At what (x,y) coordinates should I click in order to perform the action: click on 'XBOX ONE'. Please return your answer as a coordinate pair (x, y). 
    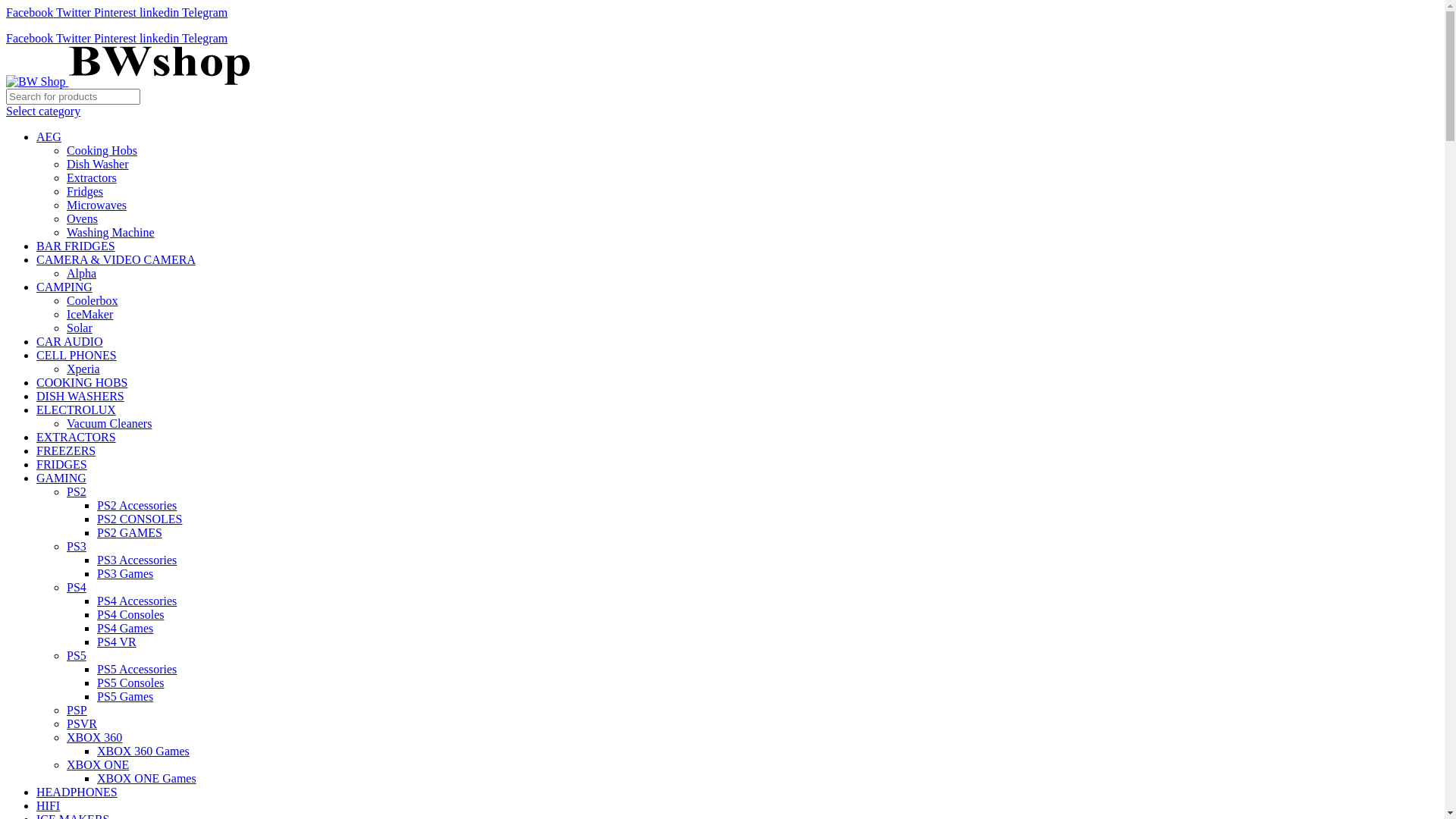
    Looking at the image, I should click on (97, 764).